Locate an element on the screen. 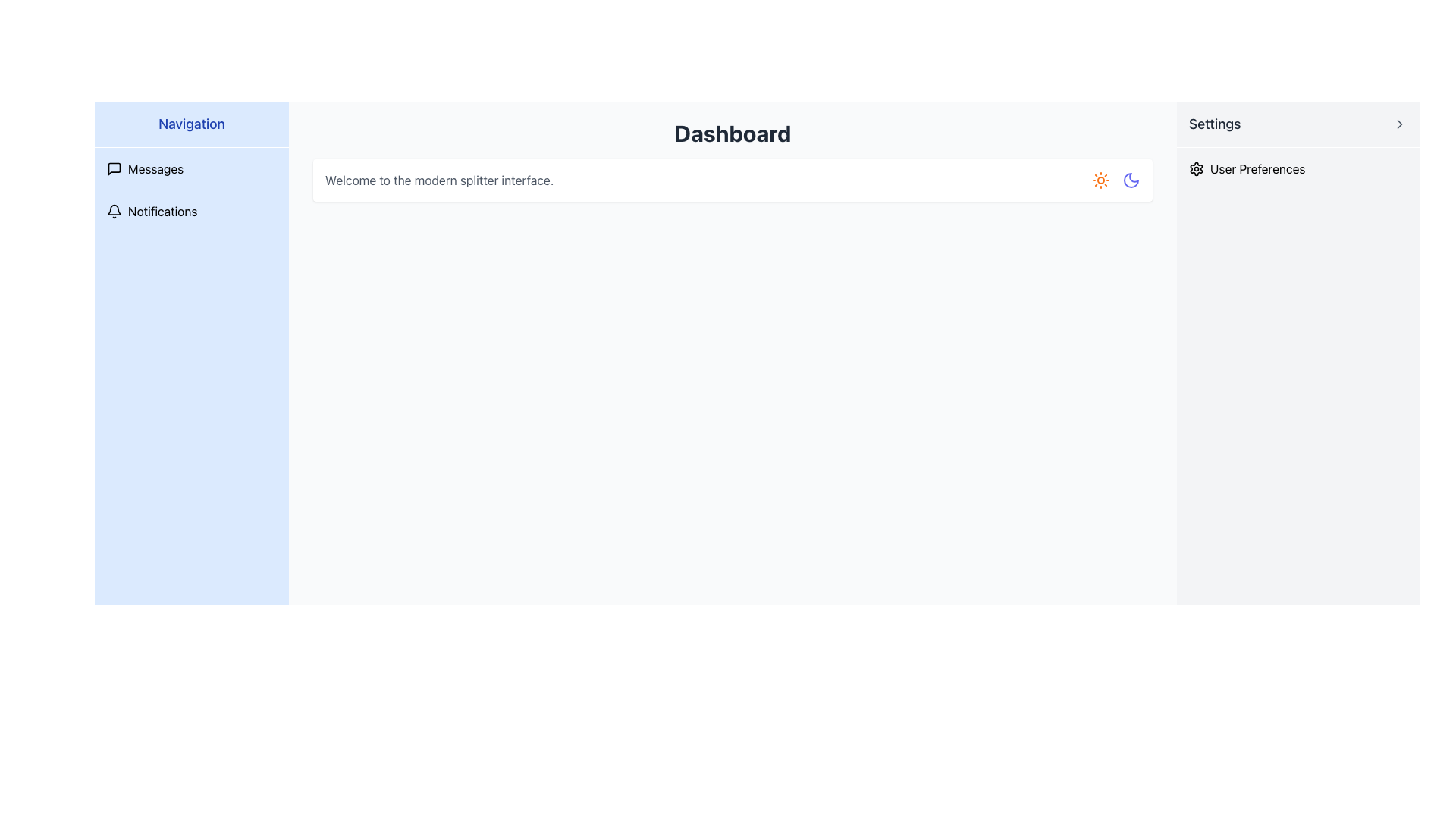  the bell icon located in the left-side navigation panel is located at coordinates (113, 211).